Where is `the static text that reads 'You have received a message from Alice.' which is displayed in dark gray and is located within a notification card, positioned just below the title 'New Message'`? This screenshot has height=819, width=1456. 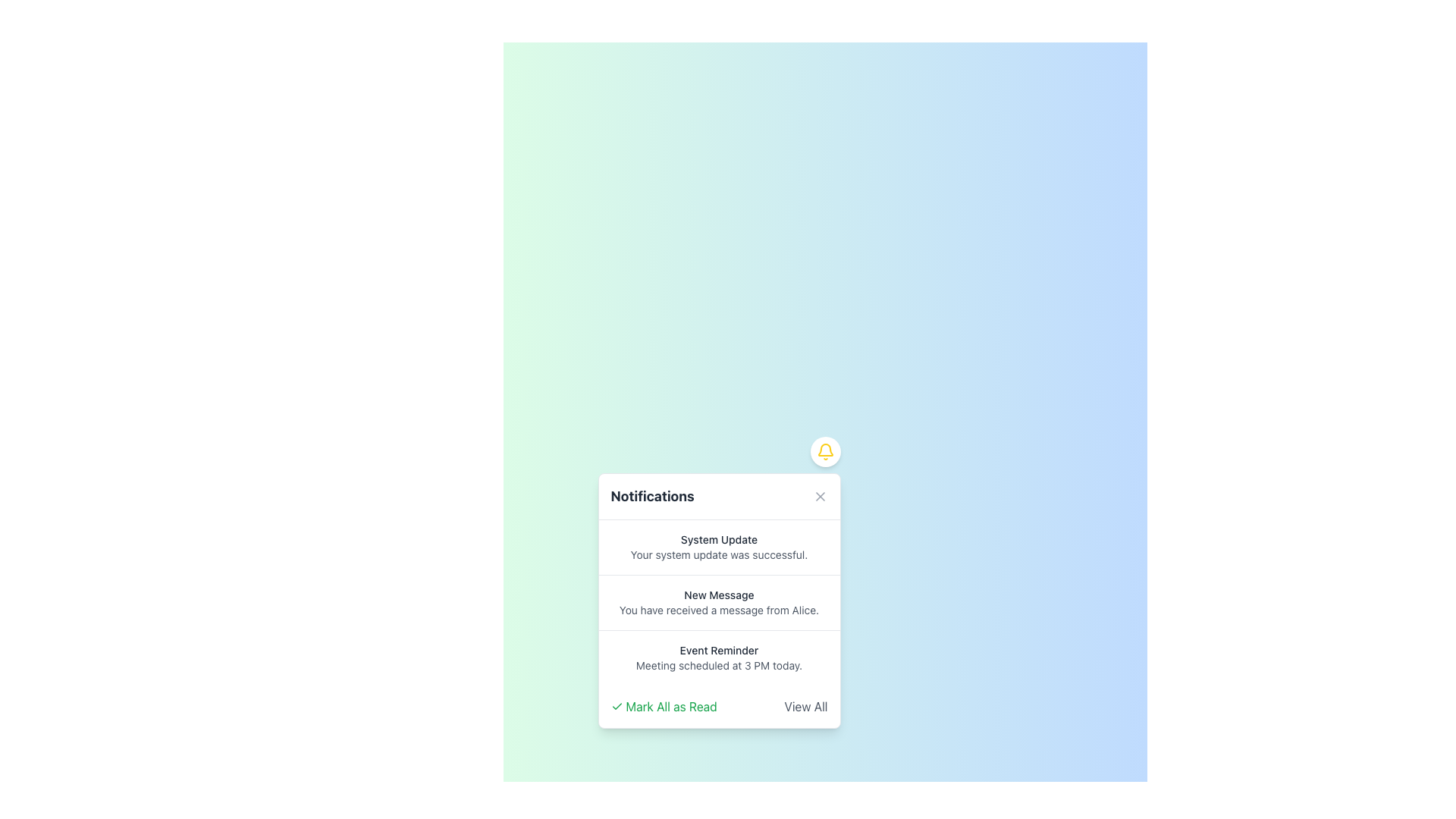
the static text that reads 'You have received a message from Alice.' which is displayed in dark gray and is located within a notification card, positioned just below the title 'New Message' is located at coordinates (718, 610).